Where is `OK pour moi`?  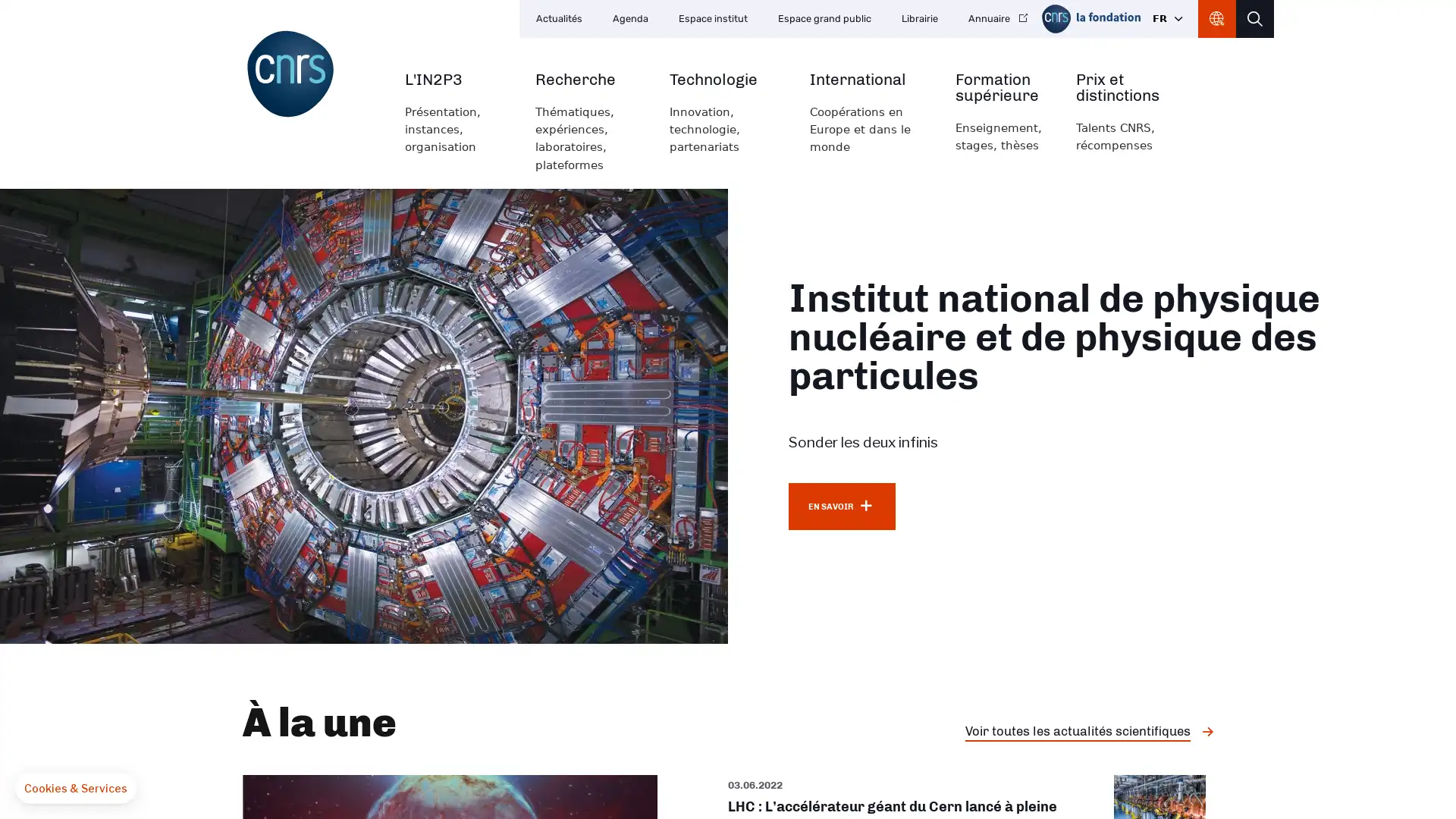
OK pour moi is located at coordinates (280, 742).